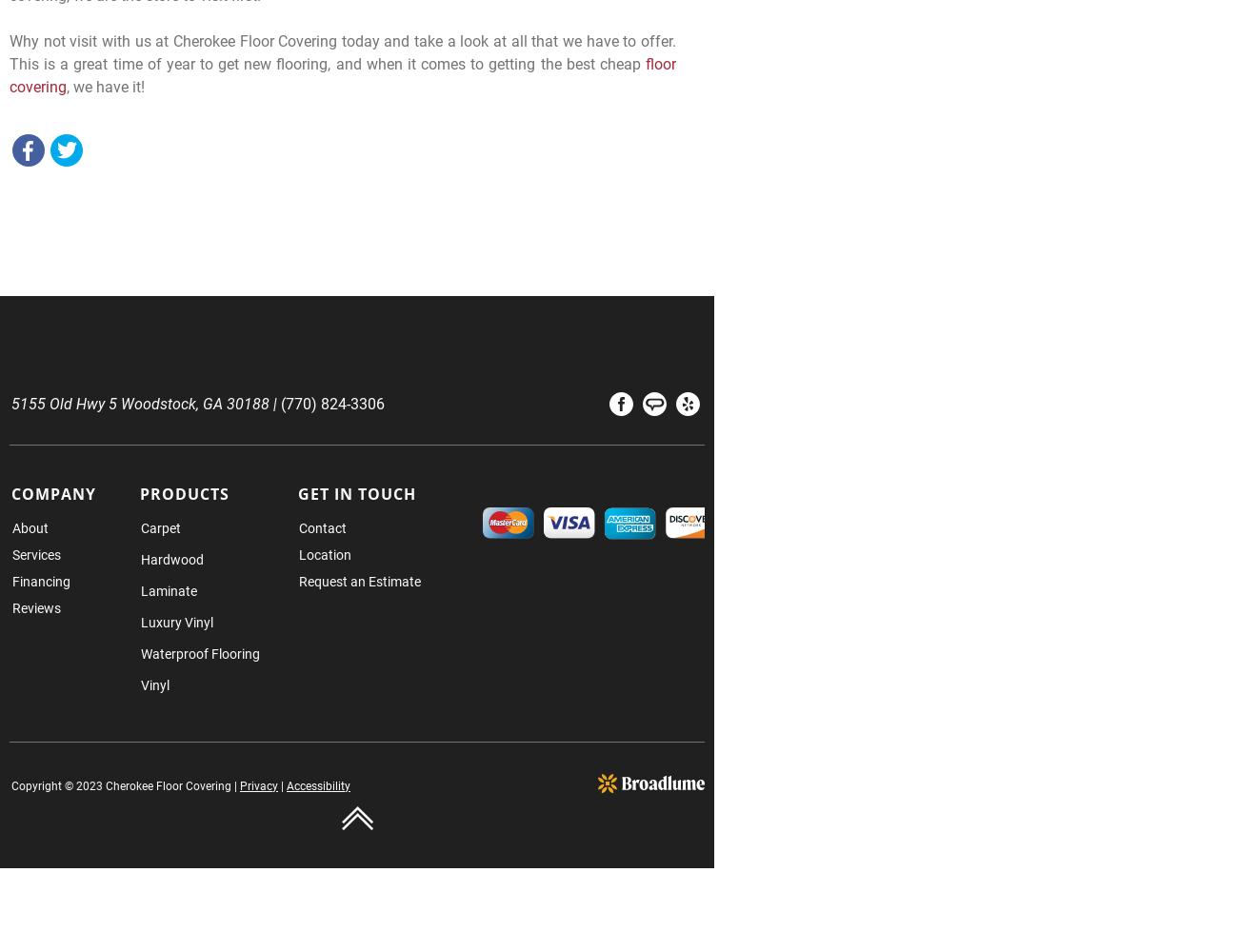 The height and width of the screenshot is (952, 1238). I want to click on '5155 Old Hwy 5 Woodstock, GA 30188 |', so click(10, 404).